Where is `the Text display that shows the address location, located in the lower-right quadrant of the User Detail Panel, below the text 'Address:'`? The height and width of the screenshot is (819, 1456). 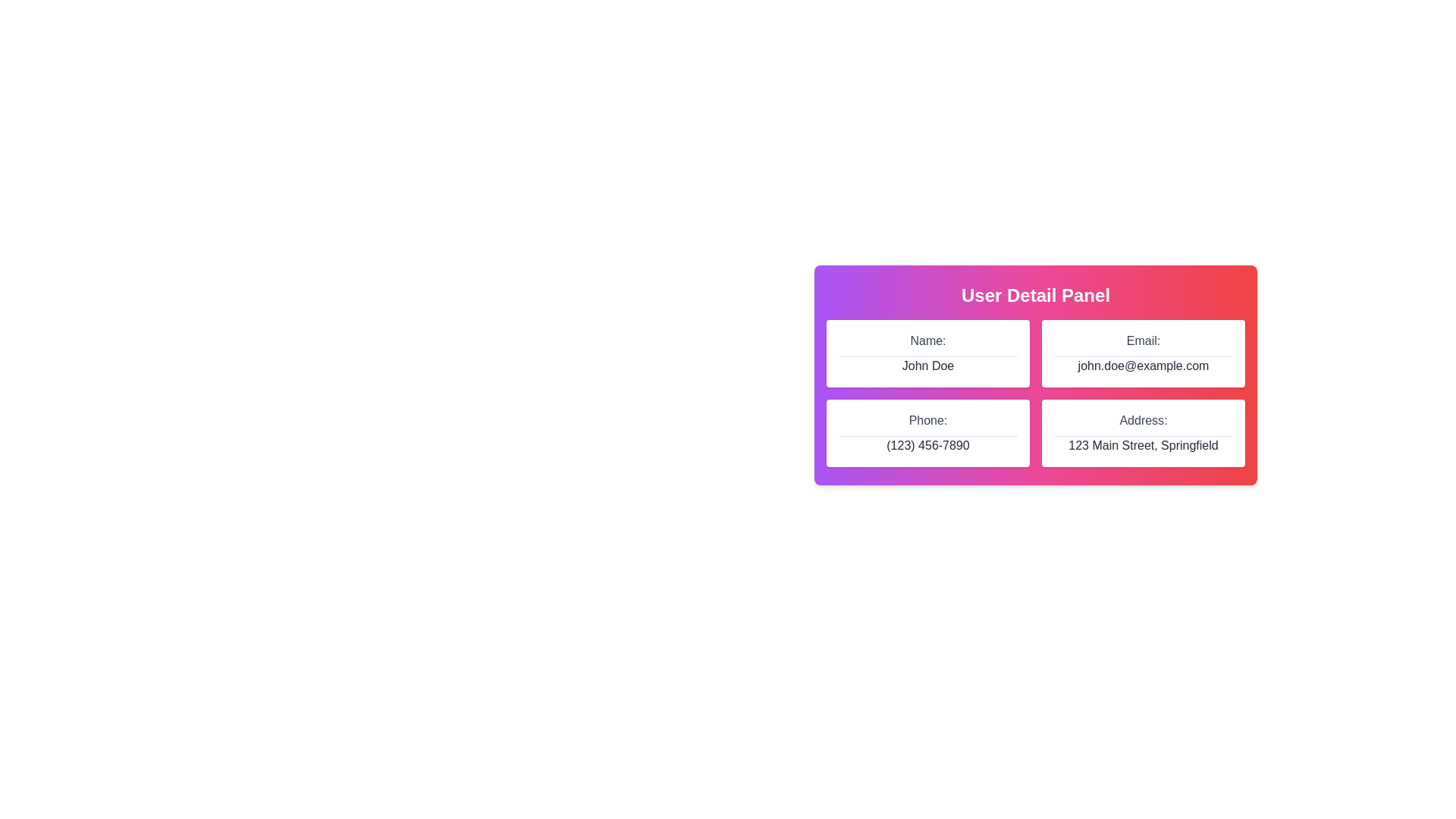 the Text display that shows the address location, located in the lower-right quadrant of the User Detail Panel, below the text 'Address:' is located at coordinates (1143, 444).